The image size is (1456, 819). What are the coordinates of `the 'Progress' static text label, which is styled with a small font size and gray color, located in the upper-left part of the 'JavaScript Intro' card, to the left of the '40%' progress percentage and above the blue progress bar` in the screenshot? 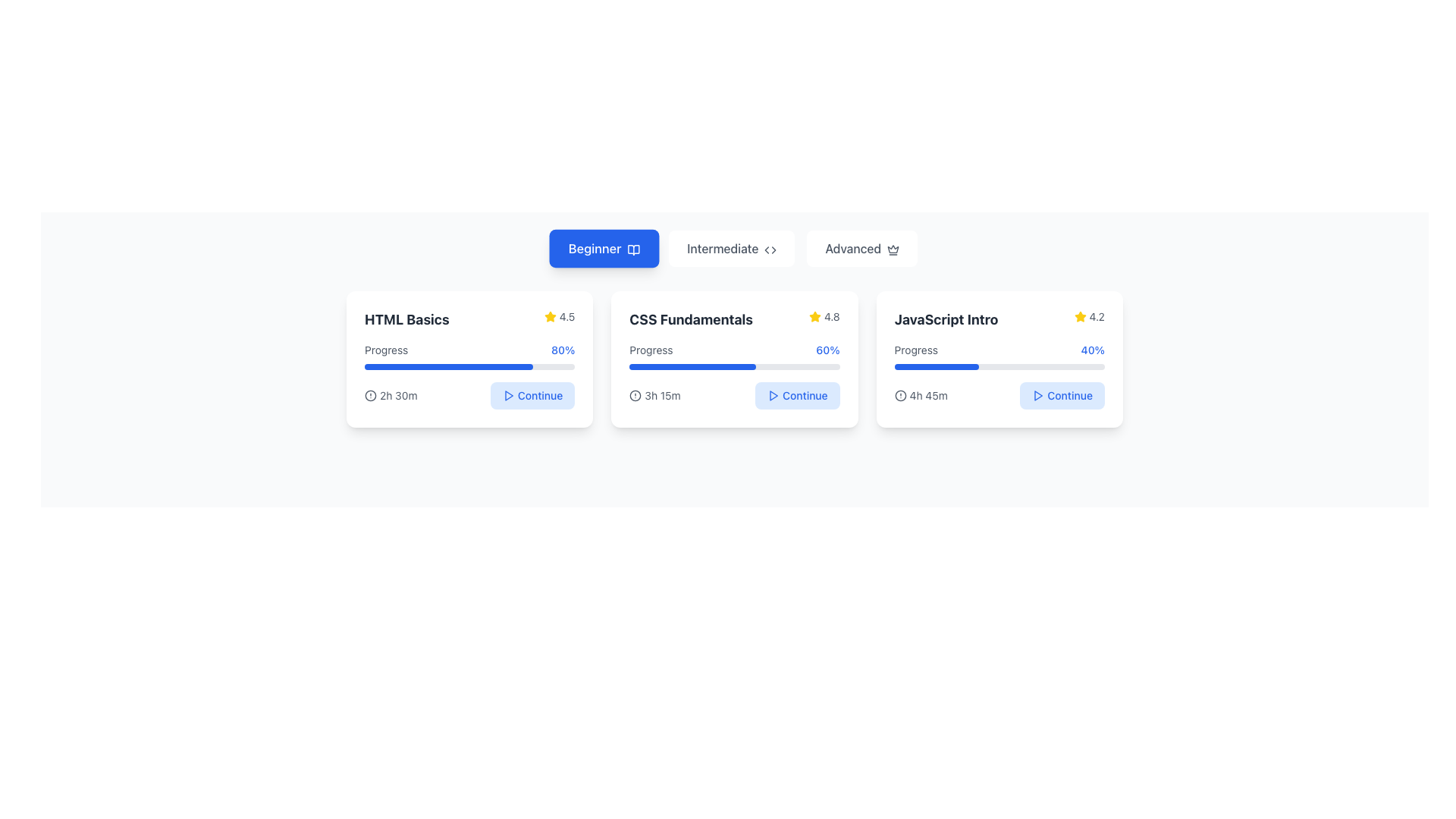 It's located at (915, 350).